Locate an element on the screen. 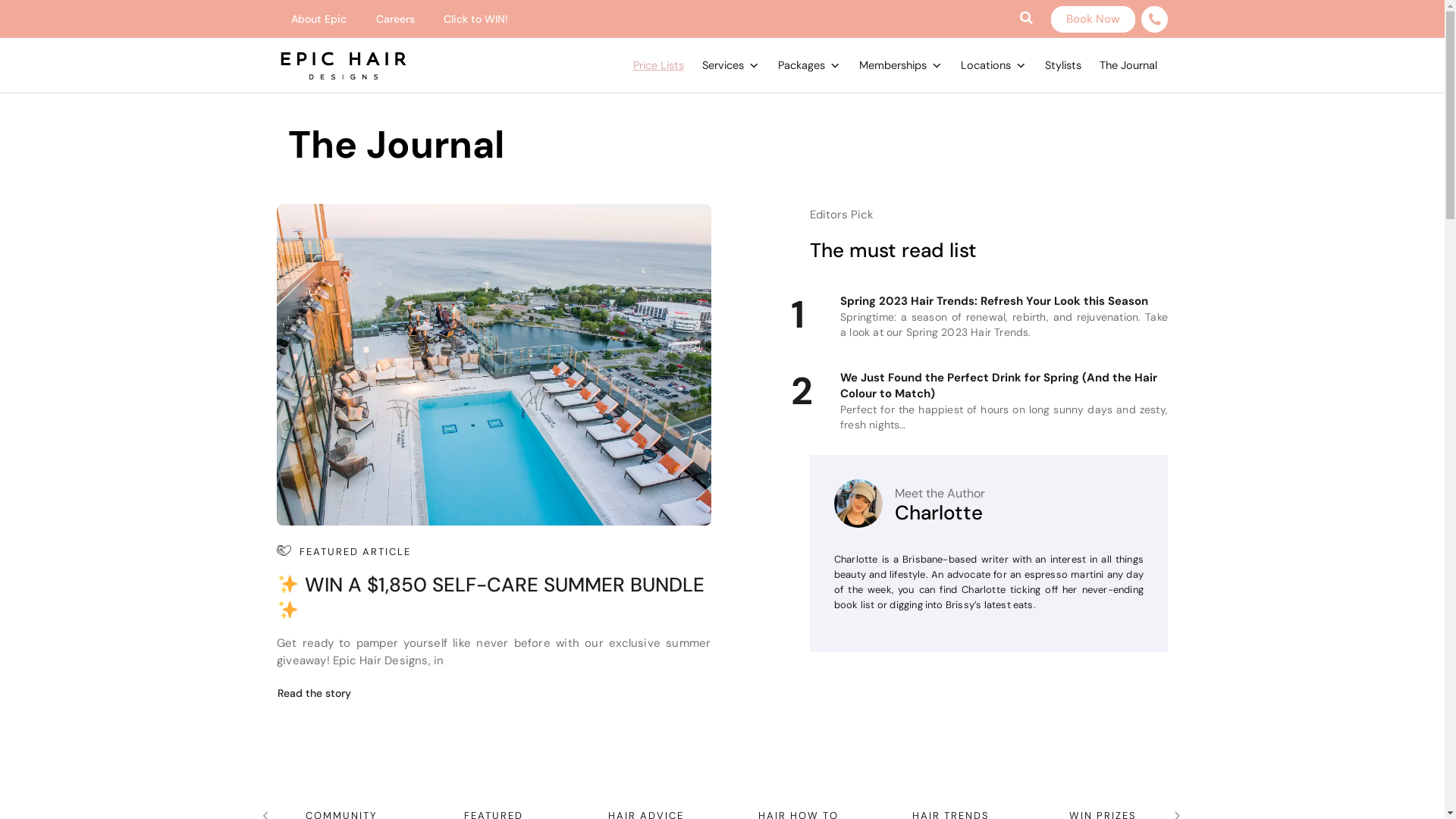 The image size is (1456, 819). 'Services' is located at coordinates (731, 64).